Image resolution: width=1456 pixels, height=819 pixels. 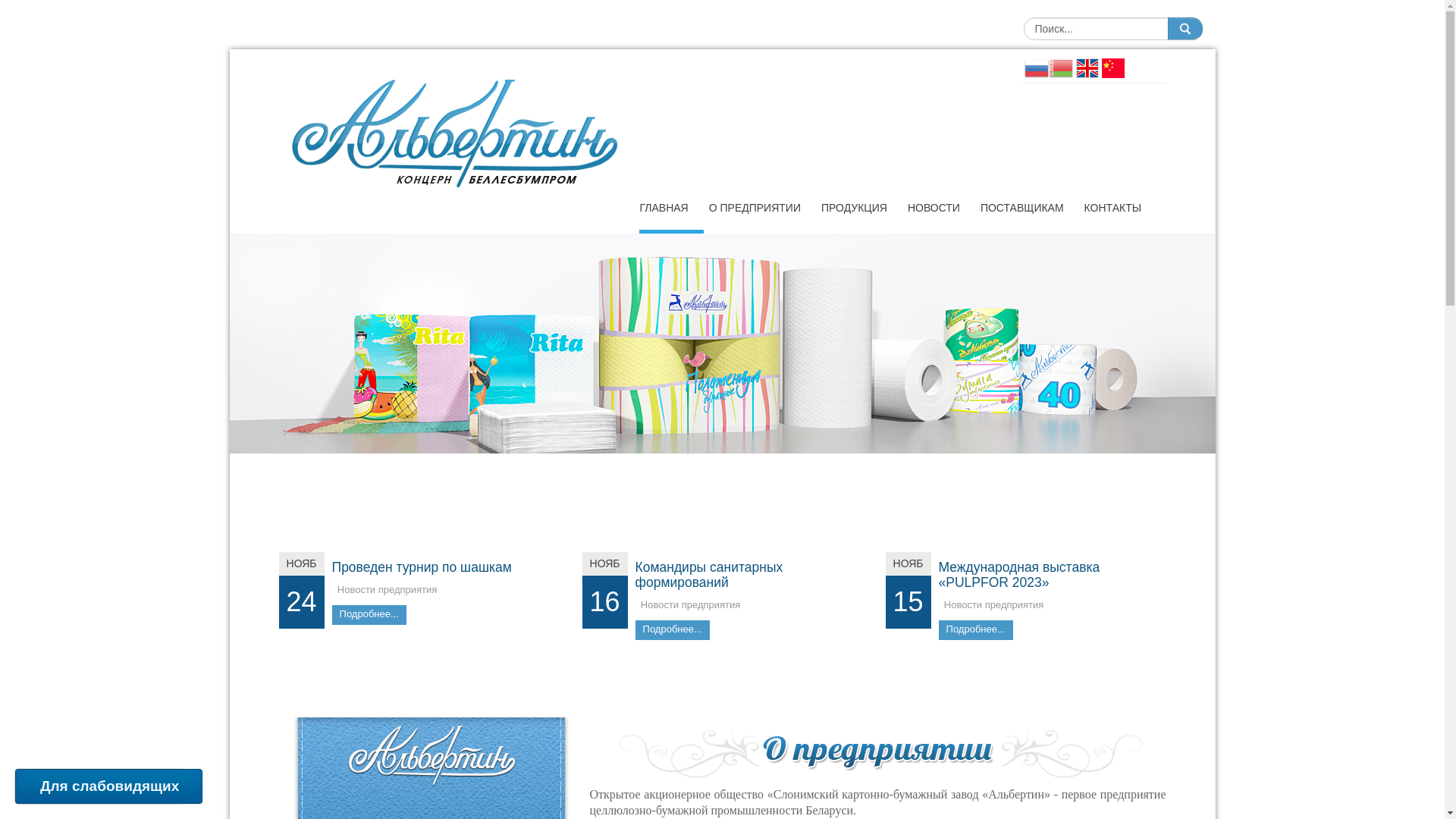 What do you see at coordinates (1112, 66) in the screenshot?
I see `'Chinese'` at bounding box center [1112, 66].